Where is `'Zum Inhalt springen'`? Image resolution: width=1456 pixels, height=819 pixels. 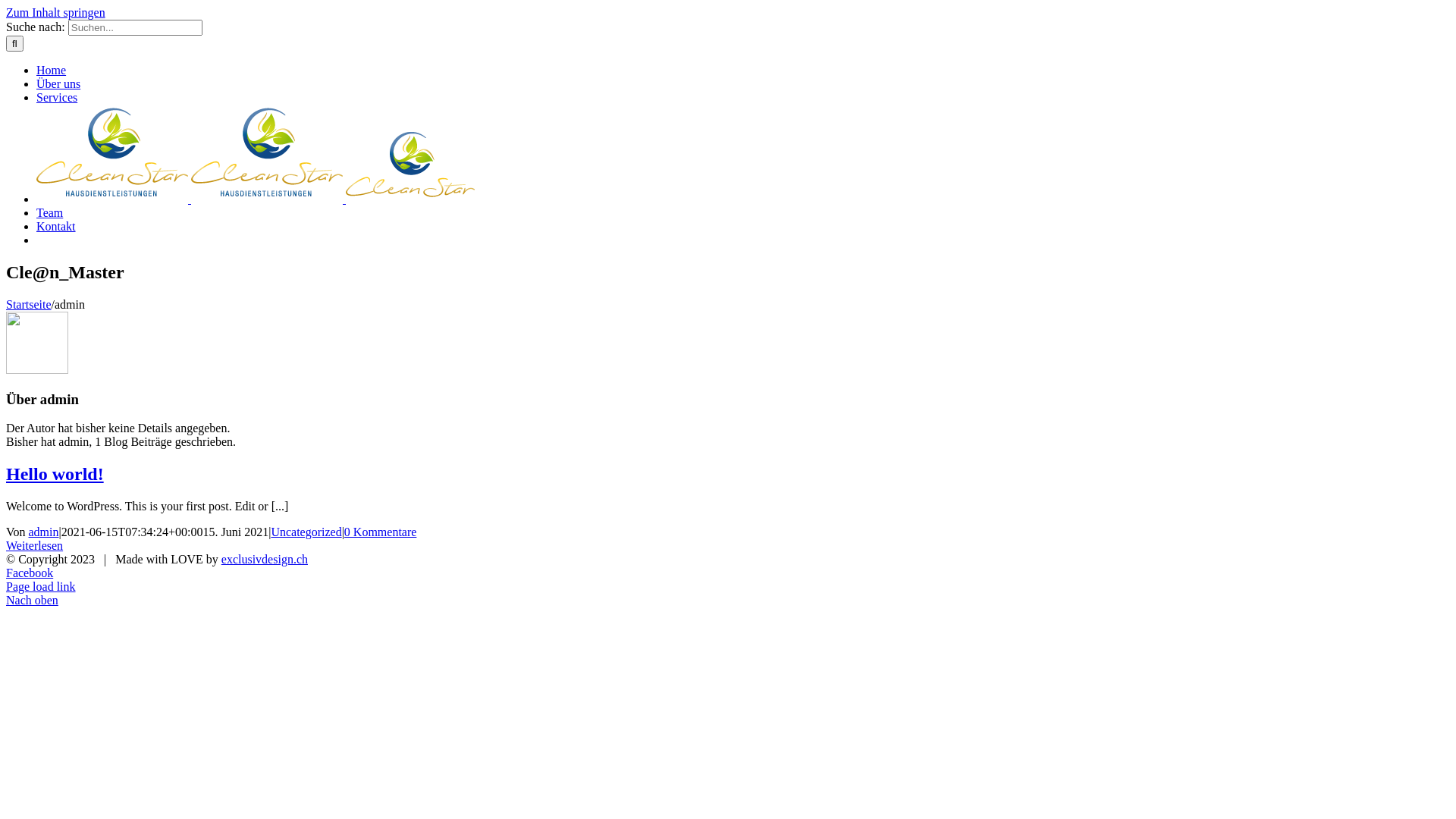
'Zum Inhalt springen' is located at coordinates (55, 12).